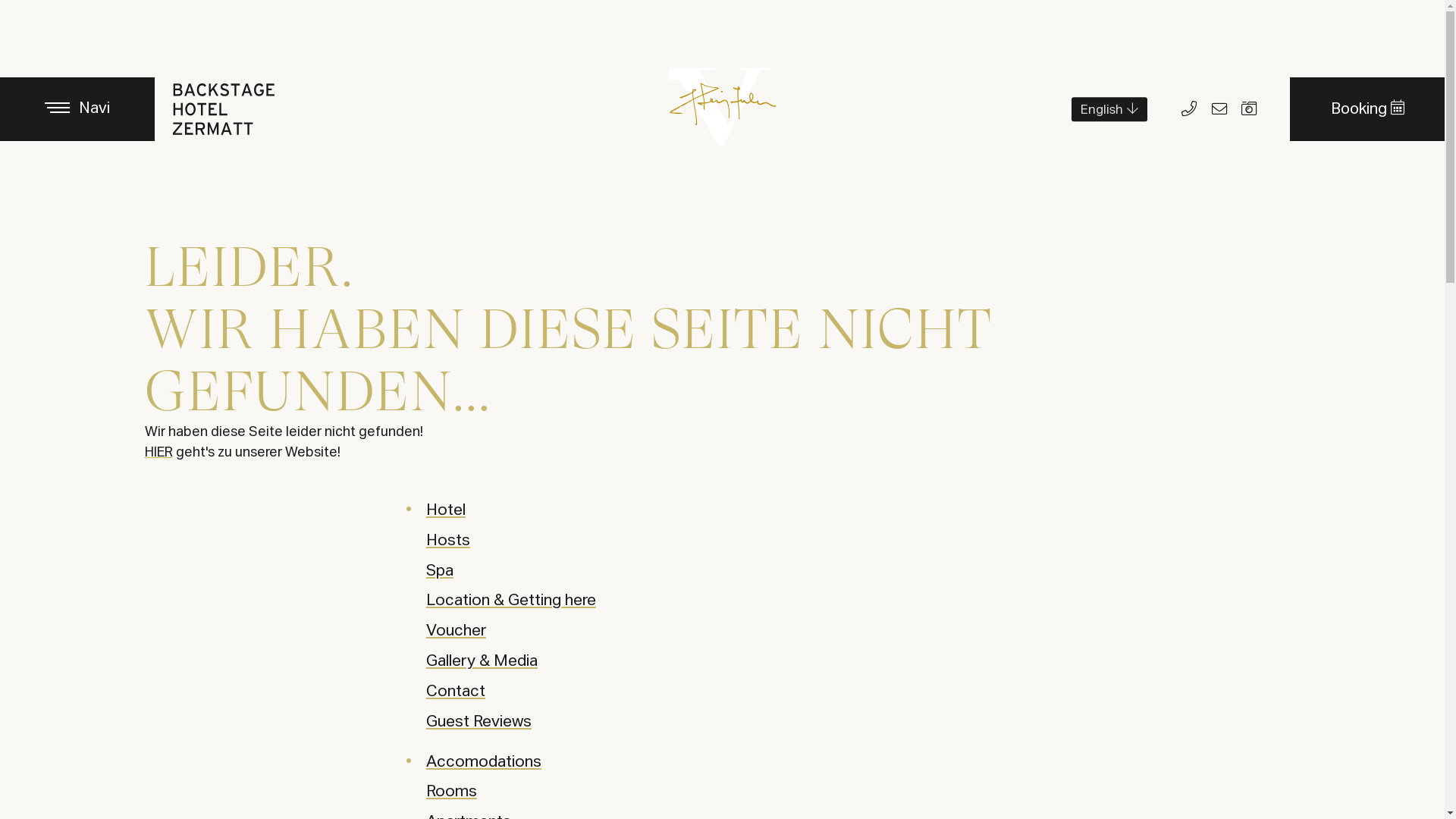 The width and height of the screenshot is (1456, 819). I want to click on 'HIER', so click(144, 452).